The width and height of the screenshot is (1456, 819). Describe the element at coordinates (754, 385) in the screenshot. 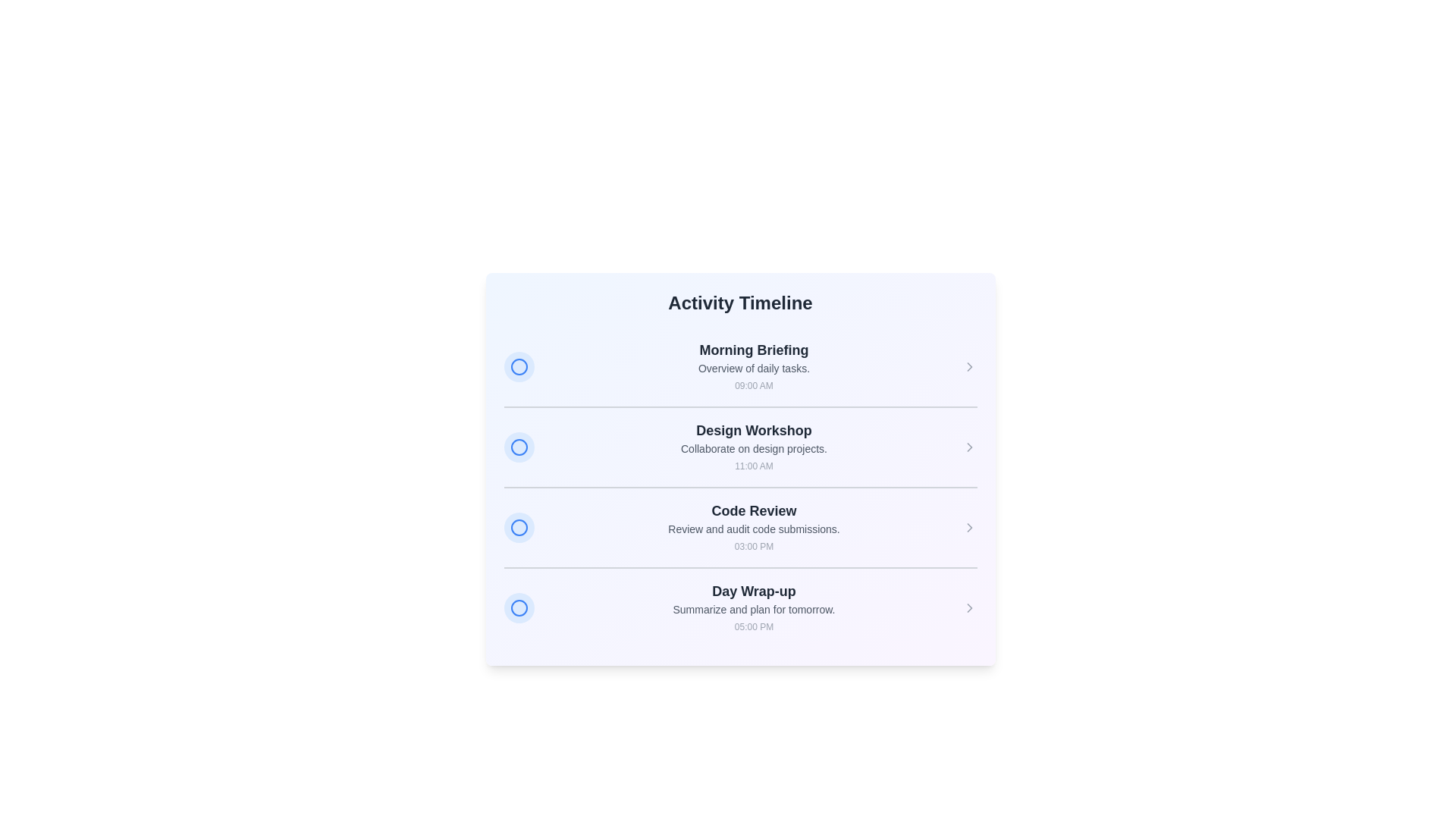

I see `the text label displaying '09:00 AM' which is positioned below the 'Morning Briefing' title and the description 'Overview of daily tasks.'` at that location.